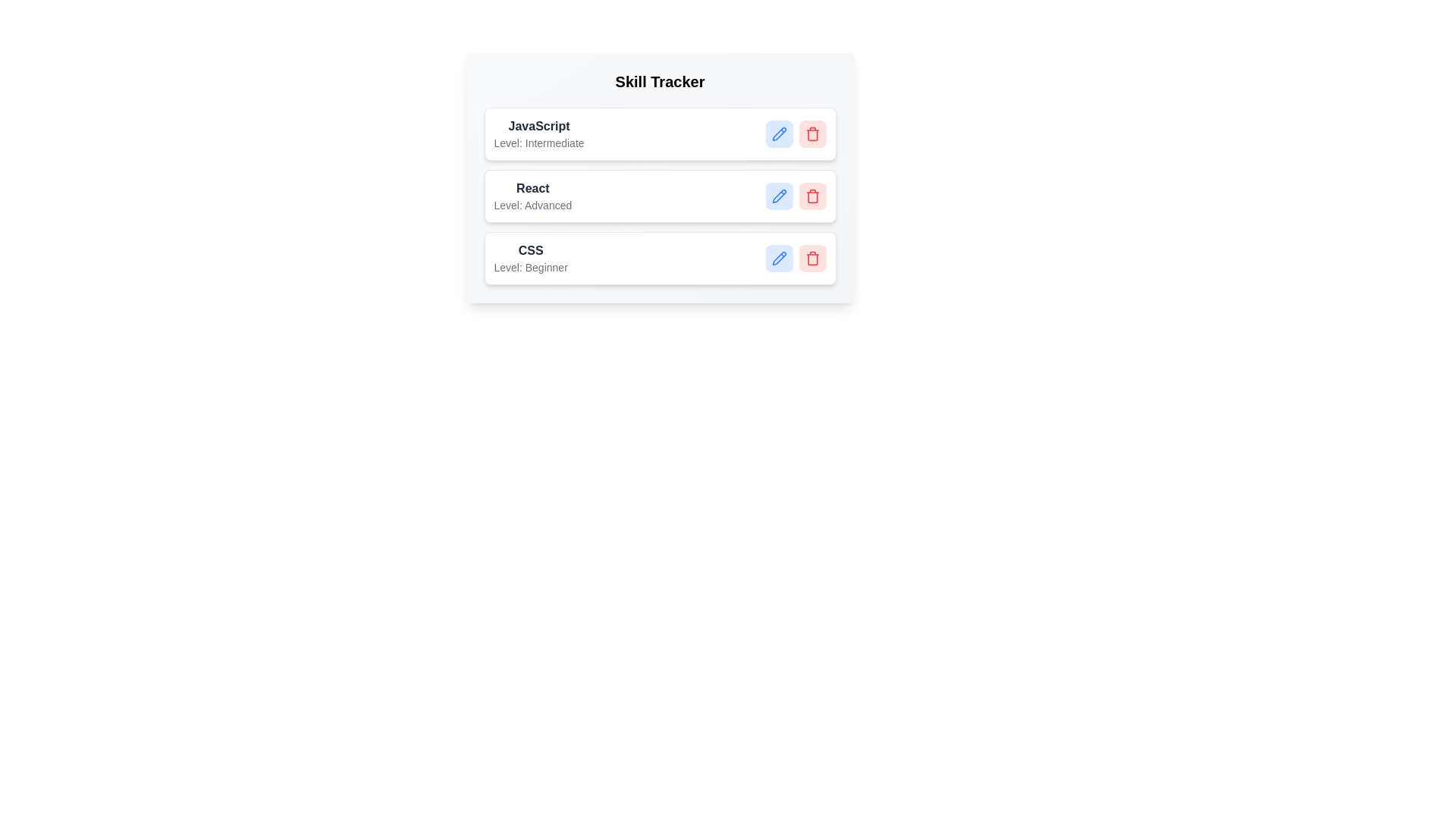 Image resolution: width=1456 pixels, height=819 pixels. I want to click on the text of a skill name JavaScript, so click(538, 125).